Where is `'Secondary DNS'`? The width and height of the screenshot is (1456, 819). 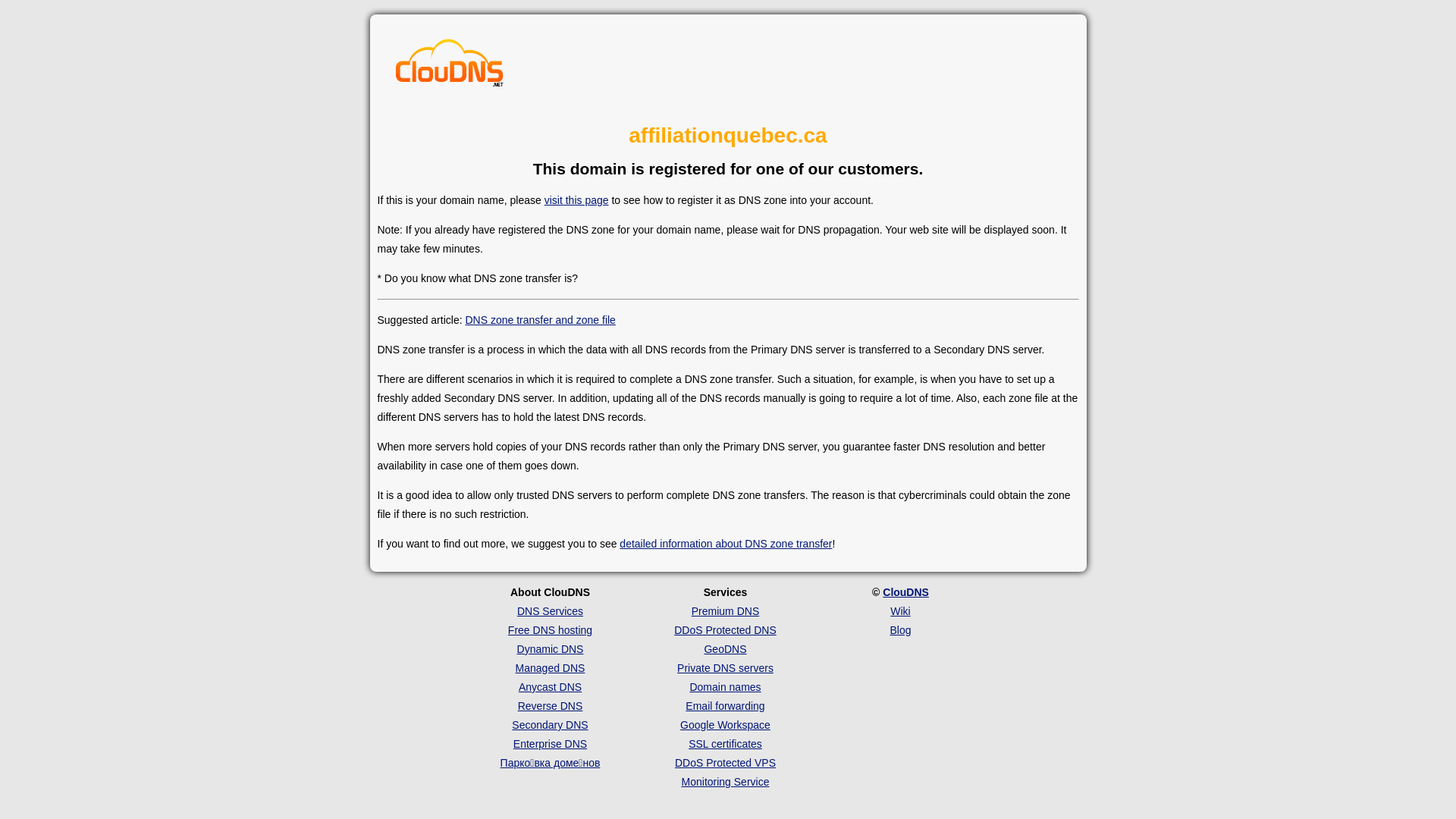 'Secondary DNS' is located at coordinates (548, 724).